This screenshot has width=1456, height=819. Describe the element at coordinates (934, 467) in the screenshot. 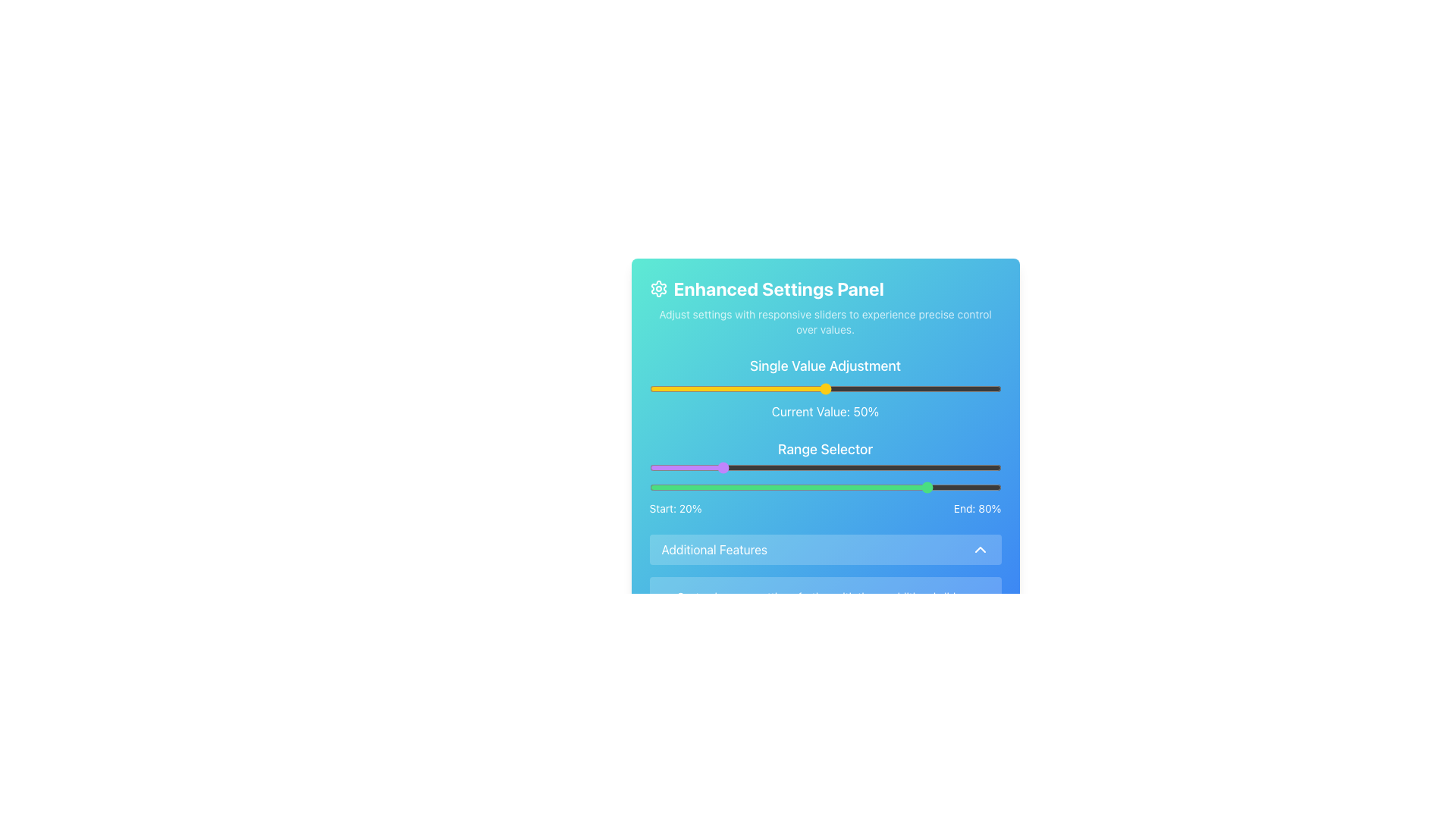

I see `the range selector sliders` at that location.